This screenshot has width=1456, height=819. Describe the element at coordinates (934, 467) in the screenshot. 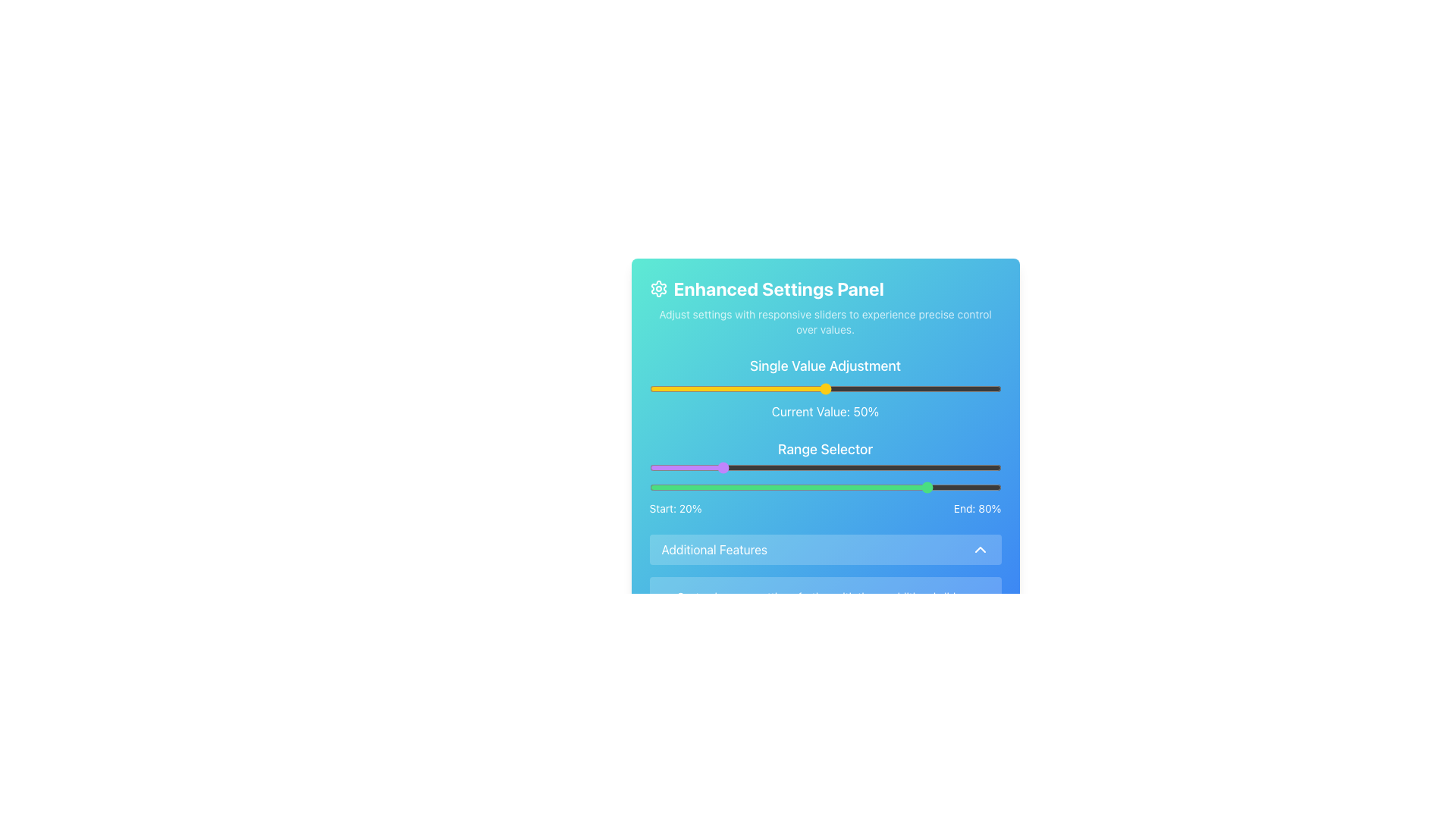

I see `the range selector sliders` at that location.